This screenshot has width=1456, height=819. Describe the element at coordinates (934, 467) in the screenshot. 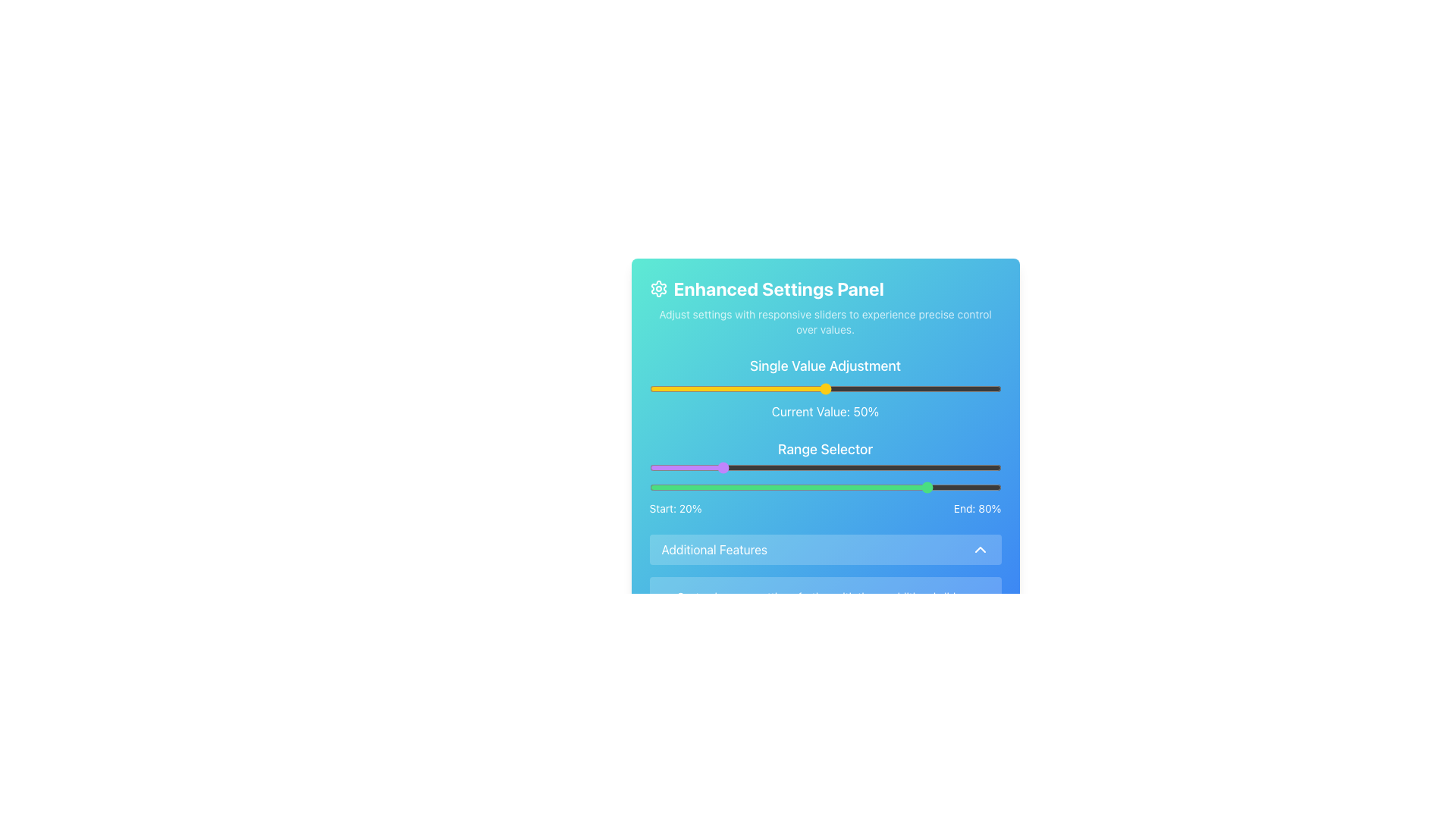

I see `the range selector sliders` at that location.